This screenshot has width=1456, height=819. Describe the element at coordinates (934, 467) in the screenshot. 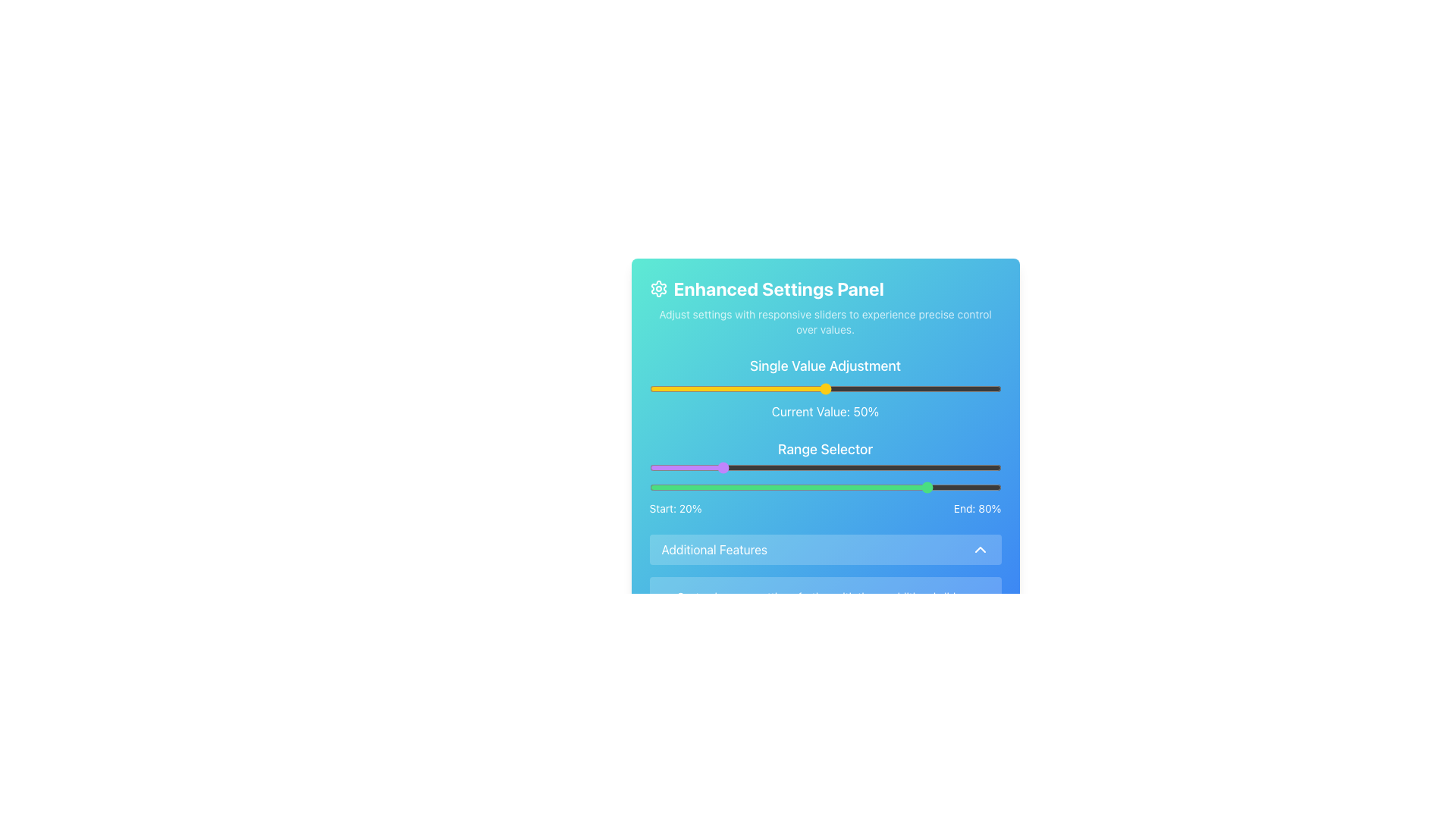

I see `the range selector sliders` at that location.